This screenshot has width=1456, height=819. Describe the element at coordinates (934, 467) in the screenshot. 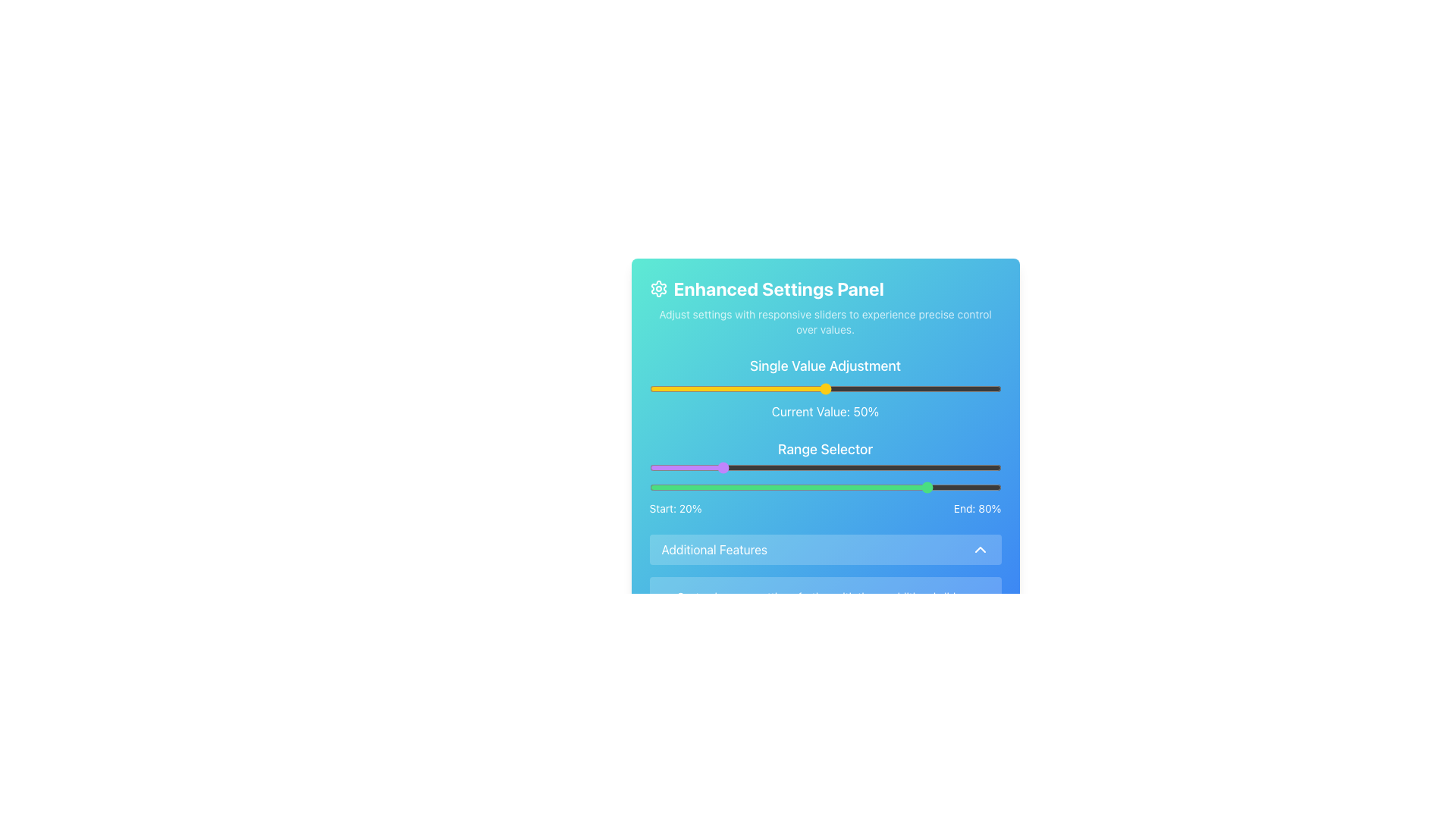

I see `the range selector sliders` at that location.